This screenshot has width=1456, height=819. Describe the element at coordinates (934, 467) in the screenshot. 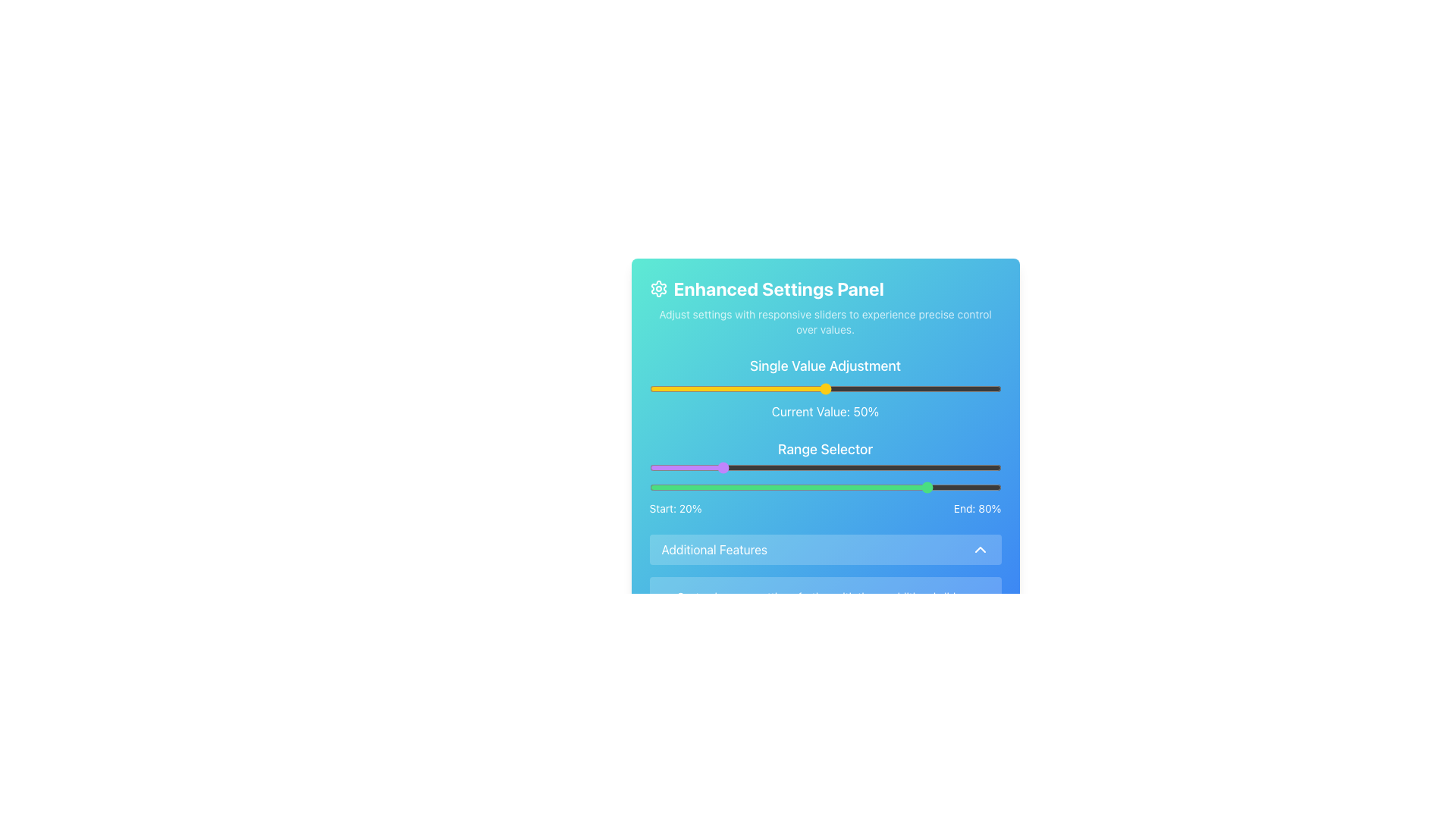

I see `the range selector sliders` at that location.